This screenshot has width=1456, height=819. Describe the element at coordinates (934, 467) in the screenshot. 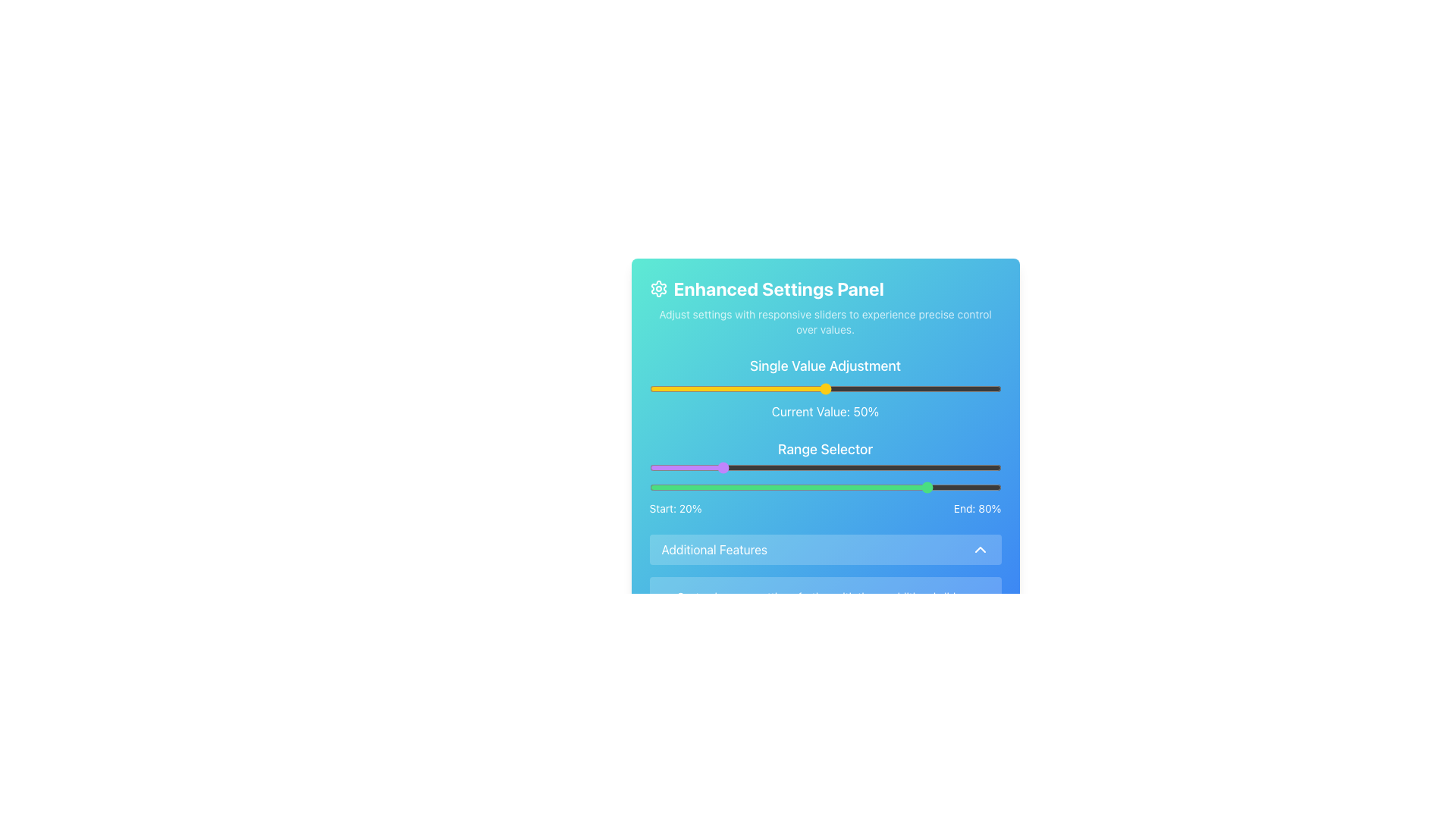

I see `the range selector sliders` at that location.